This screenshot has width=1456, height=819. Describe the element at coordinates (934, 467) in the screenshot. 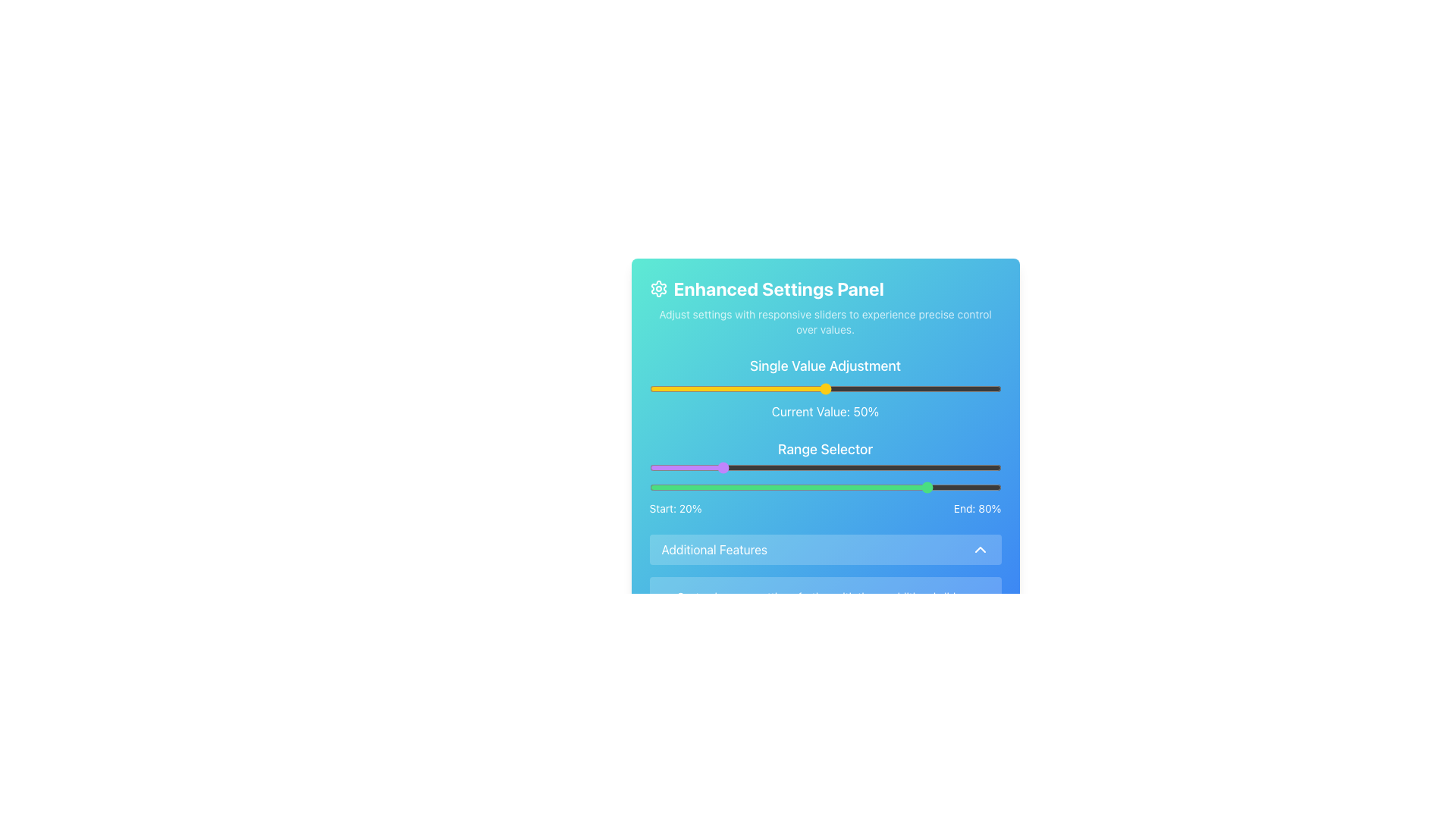

I see `the range selector sliders` at that location.